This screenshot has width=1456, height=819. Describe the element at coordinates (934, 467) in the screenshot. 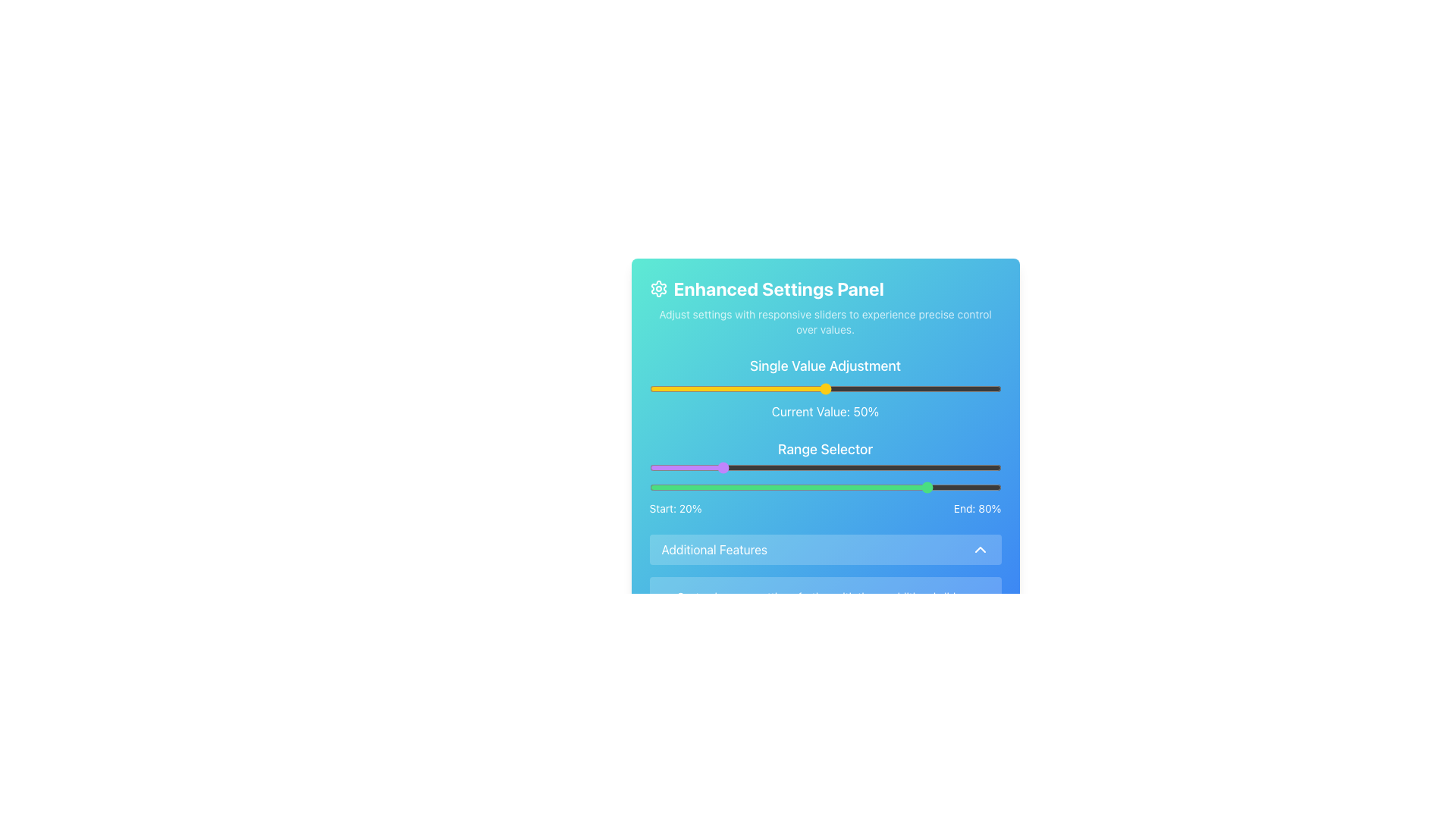

I see `the range selector sliders` at that location.